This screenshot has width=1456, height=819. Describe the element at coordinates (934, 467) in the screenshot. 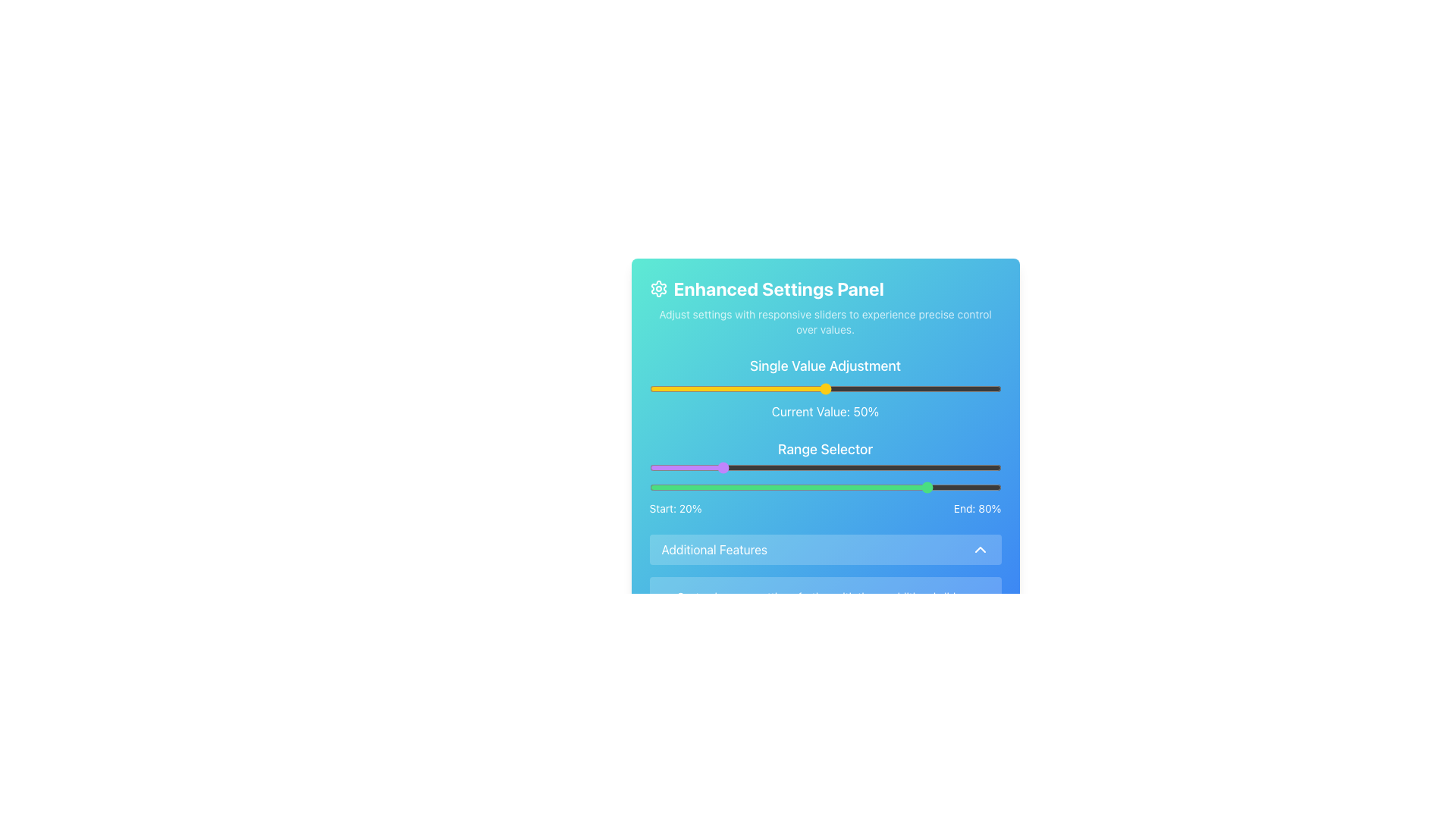

I see `the range selector sliders` at that location.